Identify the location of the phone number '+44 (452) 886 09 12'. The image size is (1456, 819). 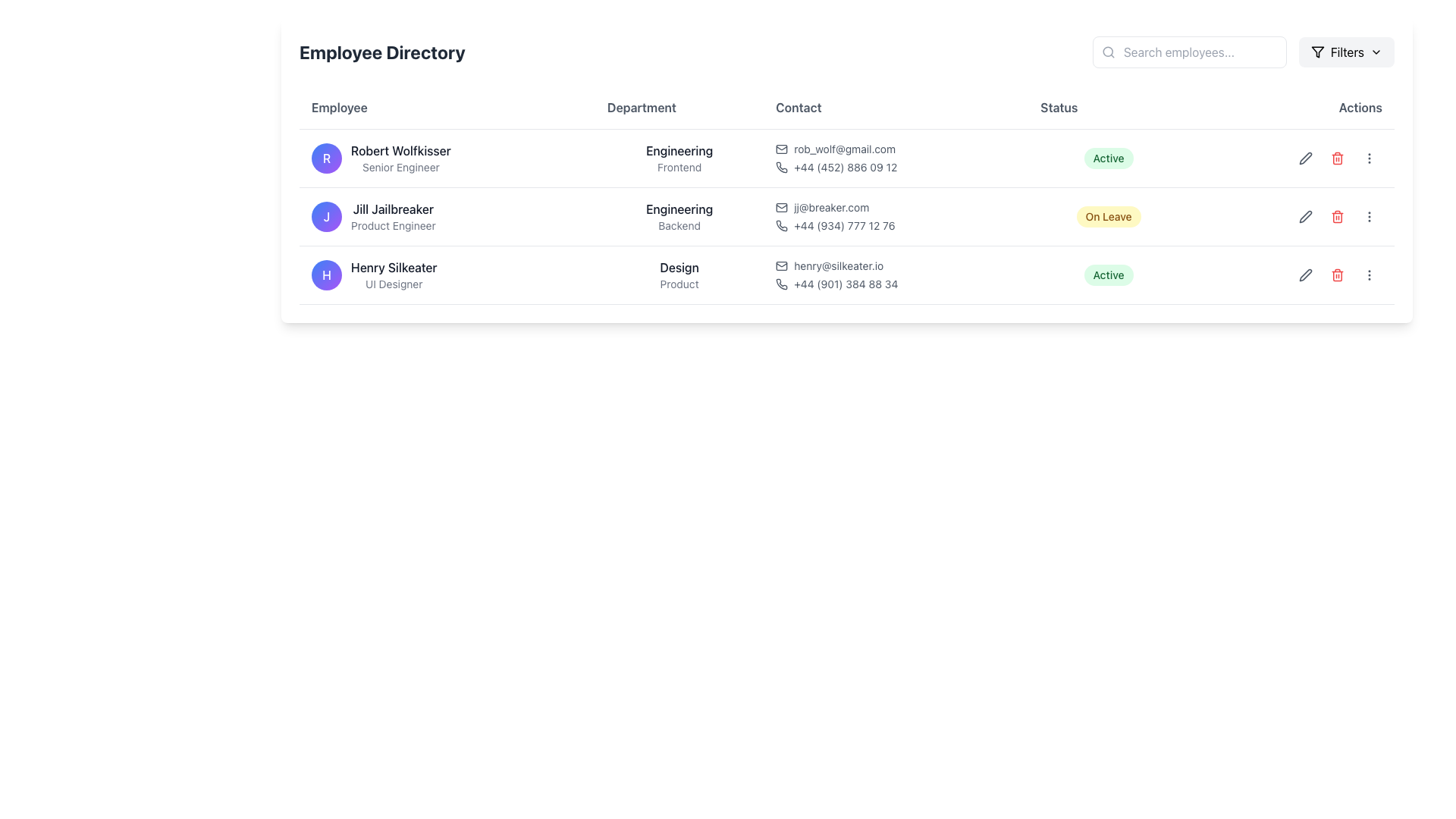
(845, 167).